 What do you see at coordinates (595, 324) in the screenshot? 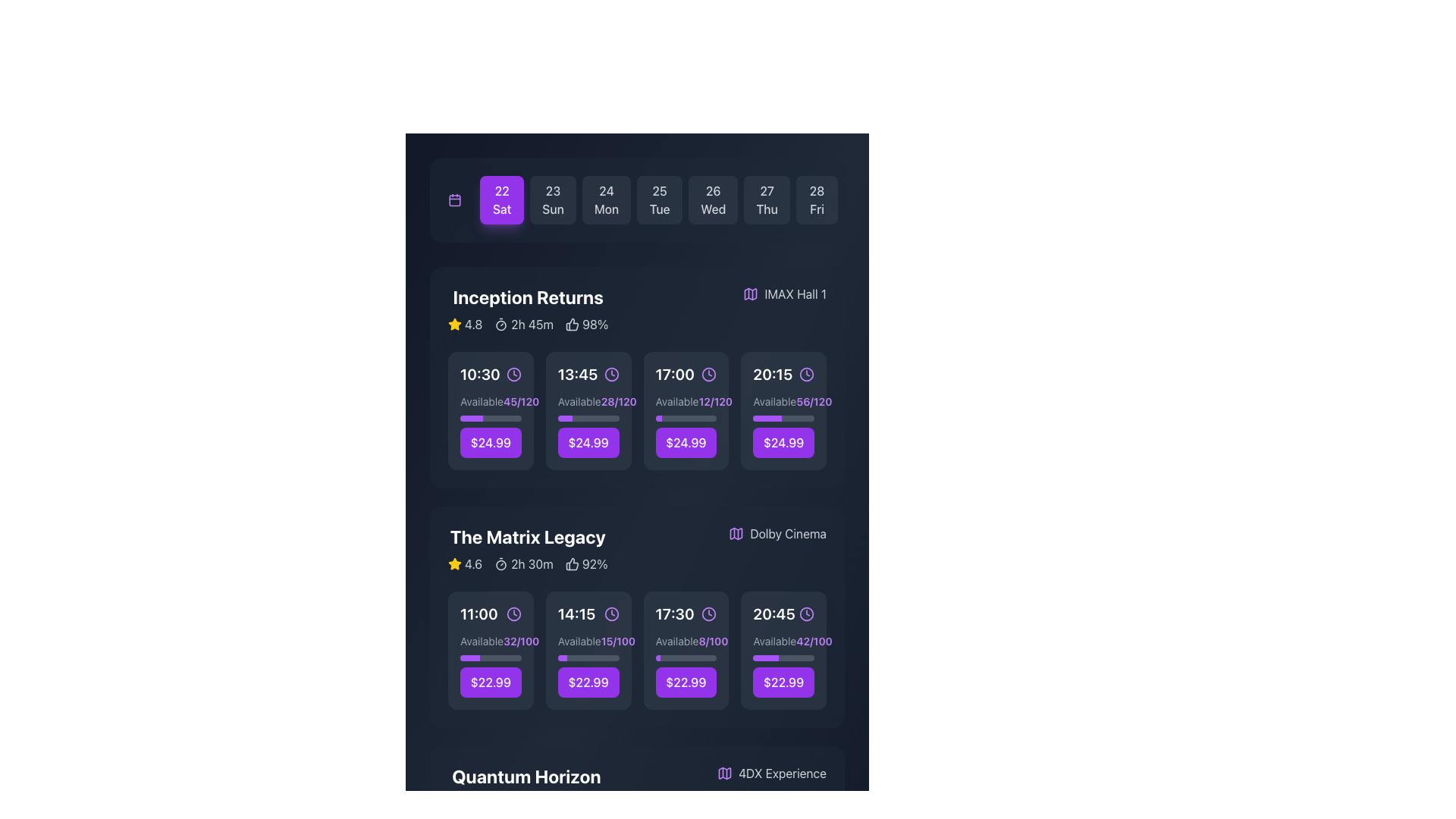
I see `percentage text label displaying '98%' located next to the thumbs-up icon in the information bar for the movie 'Inception Returns'` at bounding box center [595, 324].